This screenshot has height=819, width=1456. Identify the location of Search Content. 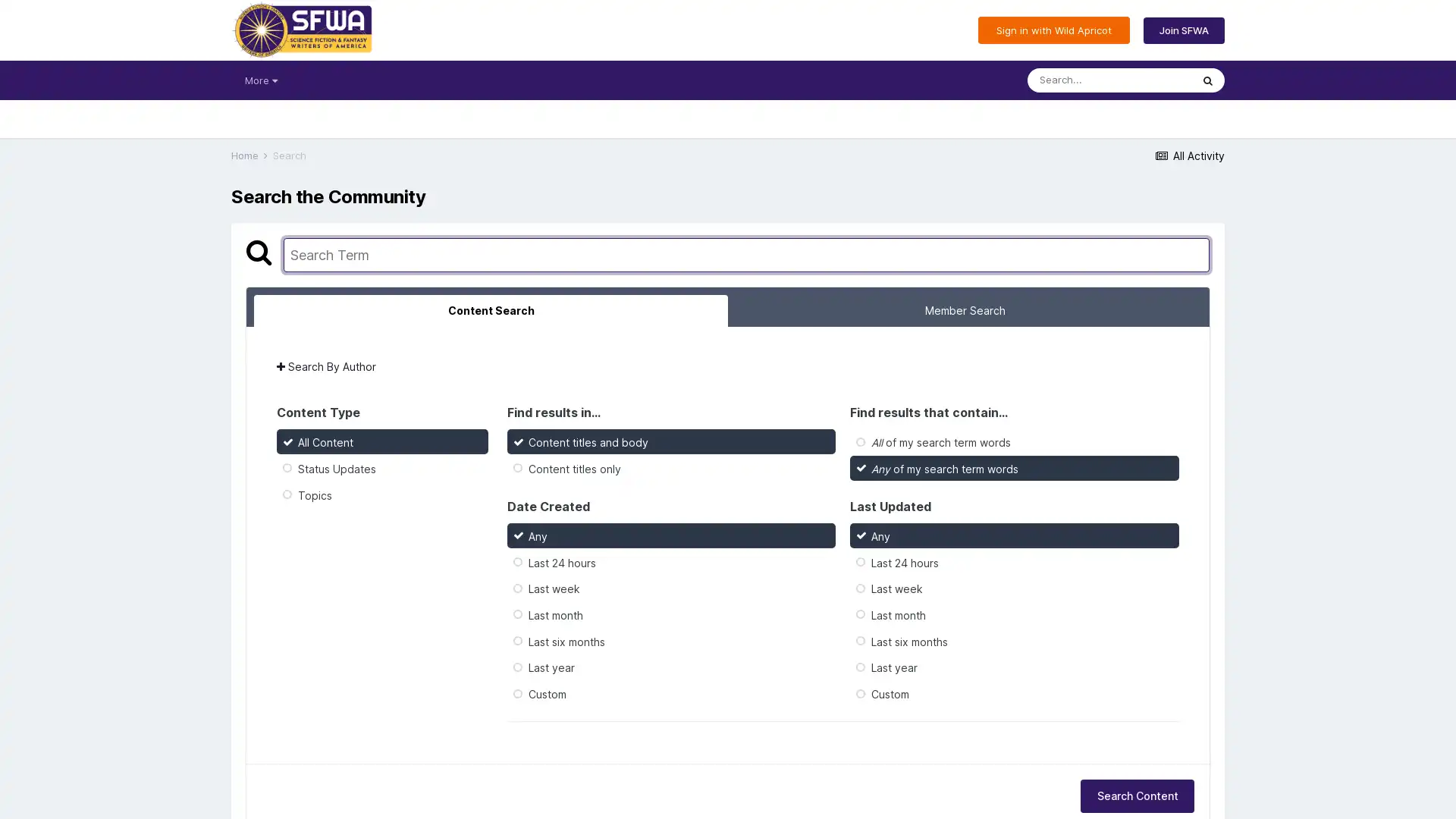
(1137, 795).